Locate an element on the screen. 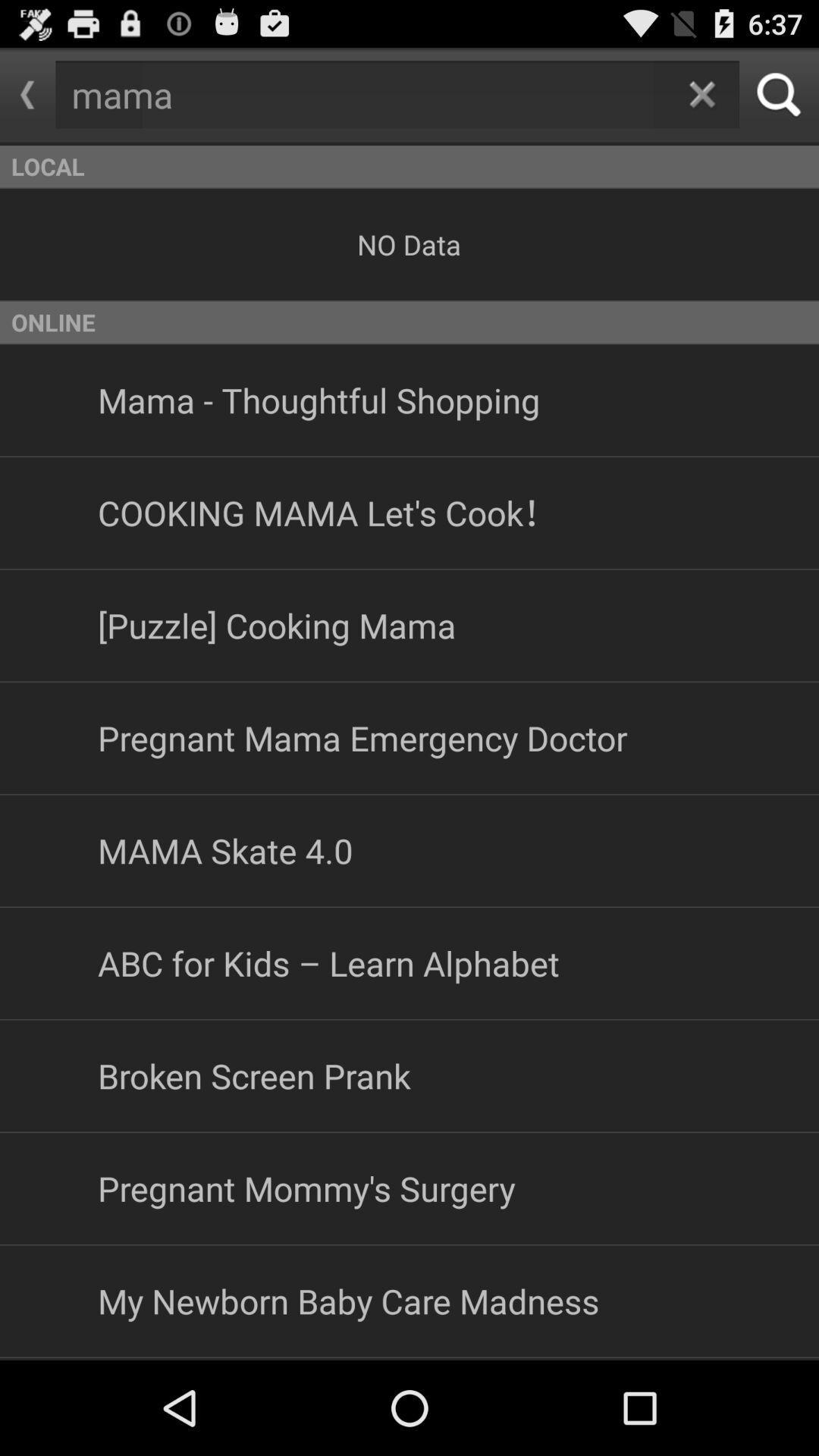 Image resolution: width=819 pixels, height=1456 pixels. the app is located at coordinates (701, 93).